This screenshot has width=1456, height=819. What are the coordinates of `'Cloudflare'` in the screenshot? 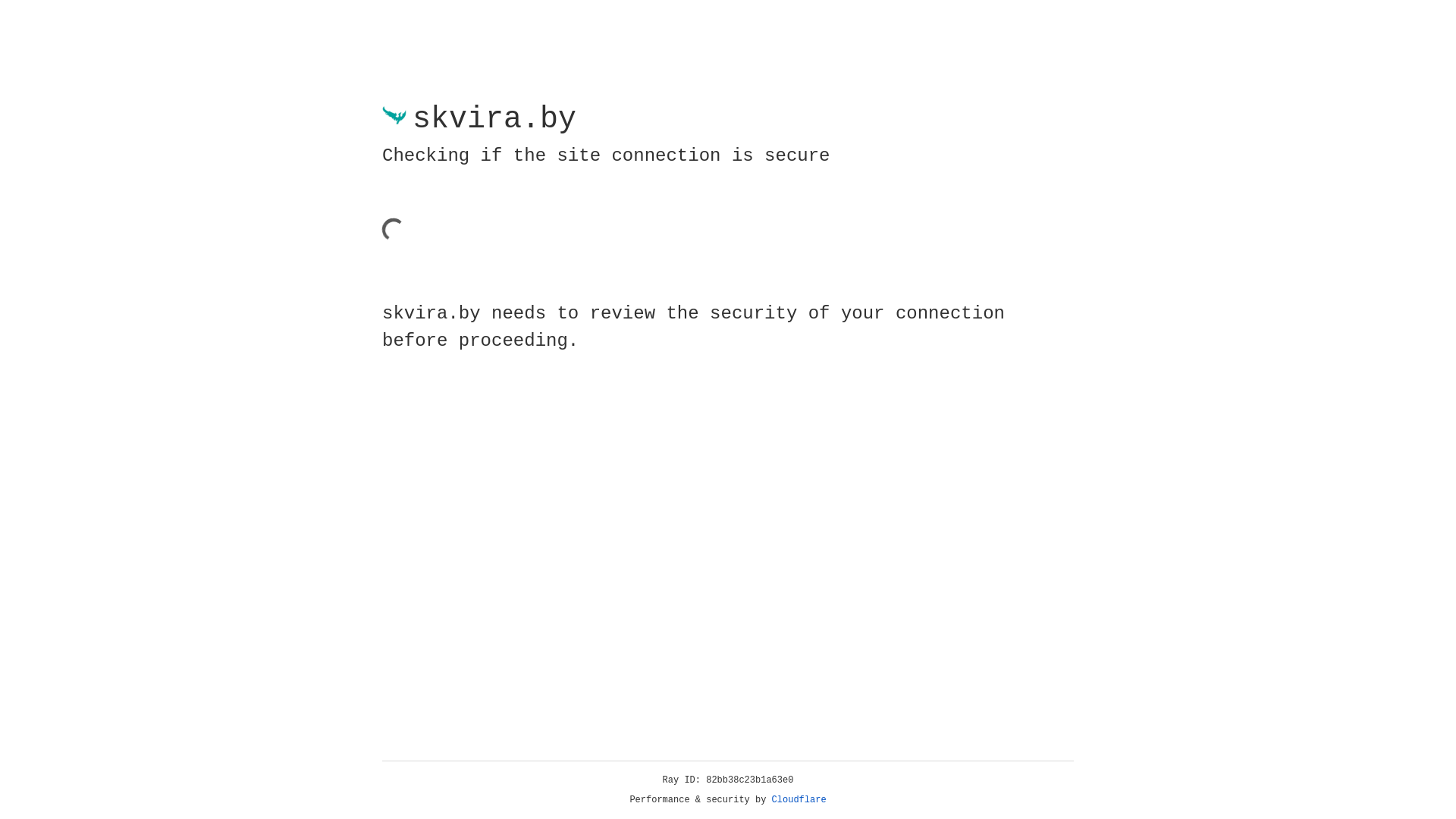 It's located at (771, 799).